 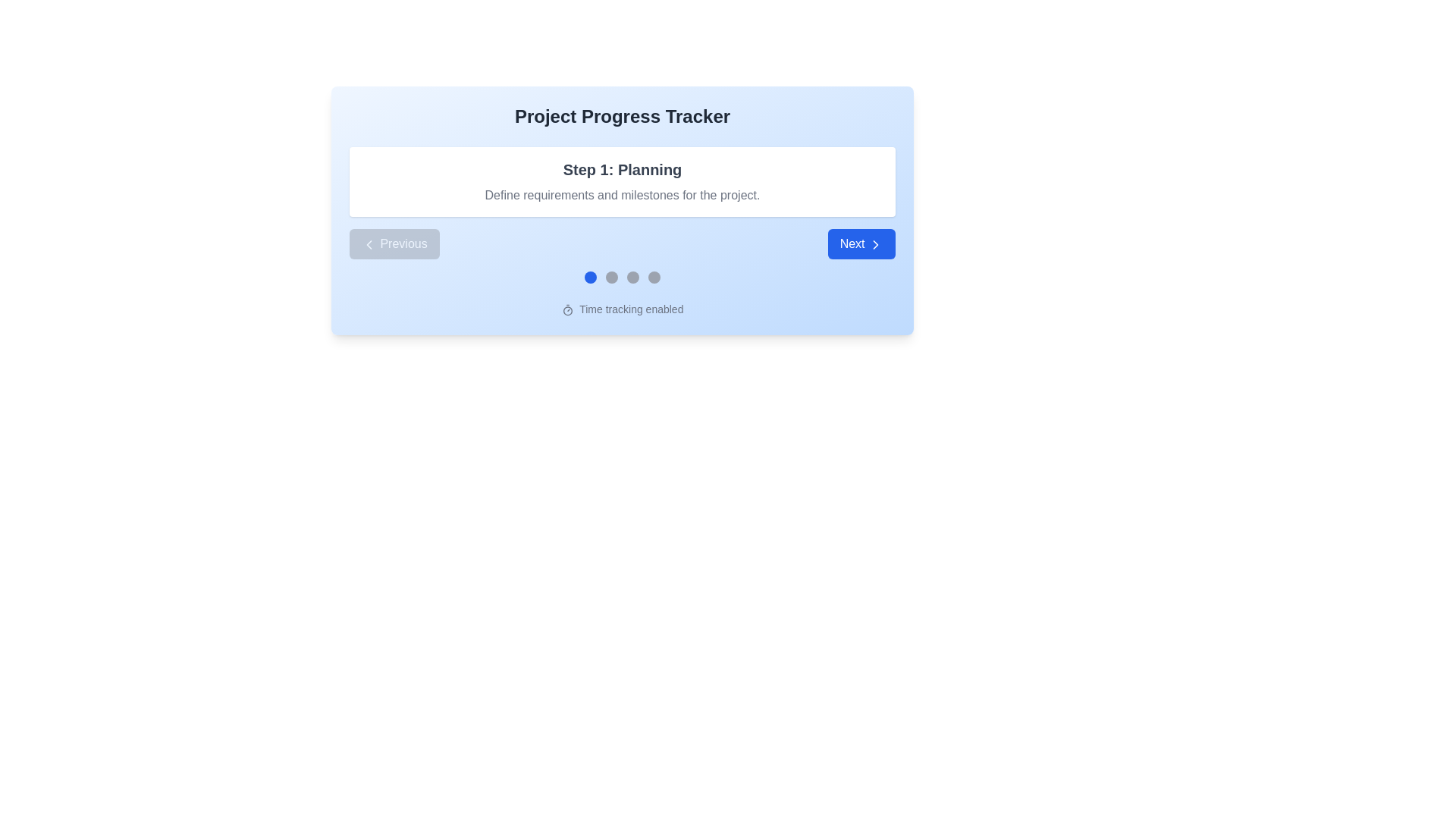 I want to click on the status of the fourth step progress indicator, which visually signifies the user is currently on this step in a multi-step process, so click(x=654, y=278).